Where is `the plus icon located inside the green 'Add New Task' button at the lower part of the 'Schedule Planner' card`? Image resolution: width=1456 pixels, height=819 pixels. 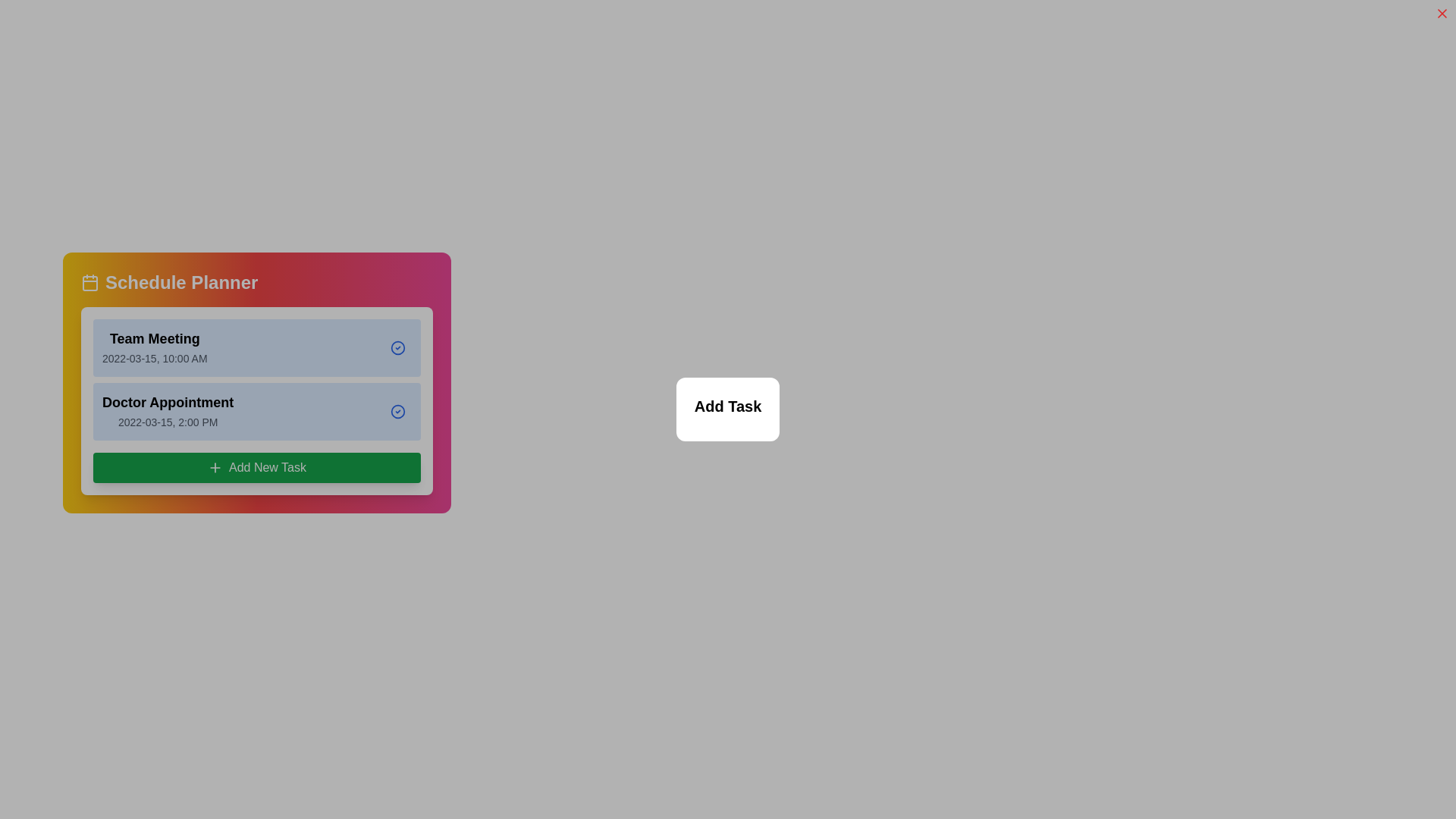
the plus icon located inside the green 'Add New Task' button at the lower part of the 'Schedule Planner' card is located at coordinates (214, 467).